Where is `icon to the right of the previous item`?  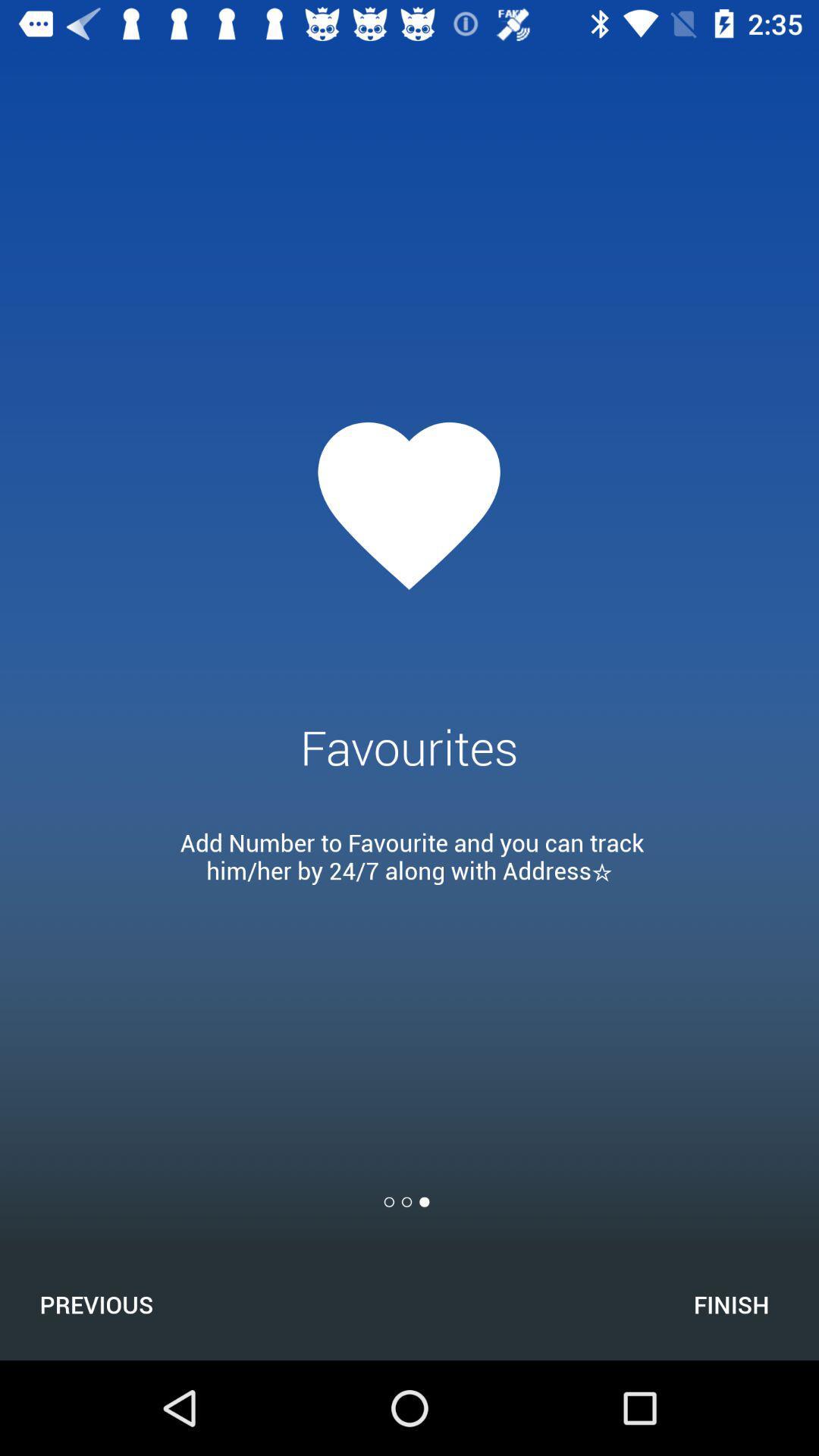
icon to the right of the previous item is located at coordinates (730, 1304).